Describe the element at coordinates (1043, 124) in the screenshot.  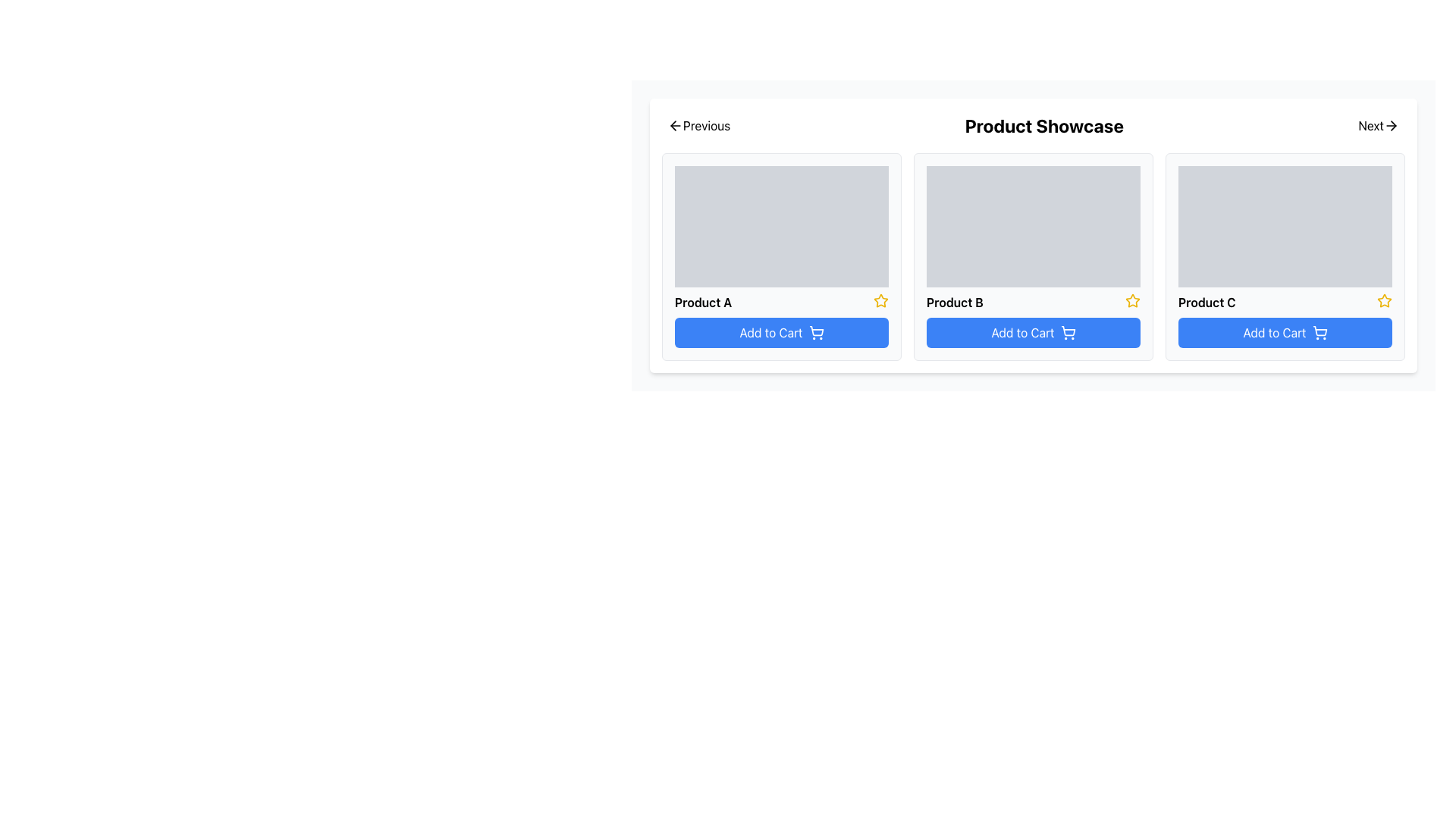
I see `the central Text Label that serves as a title for the section, positioned between 'Previous' and 'Next' labels, above the product cards` at that location.